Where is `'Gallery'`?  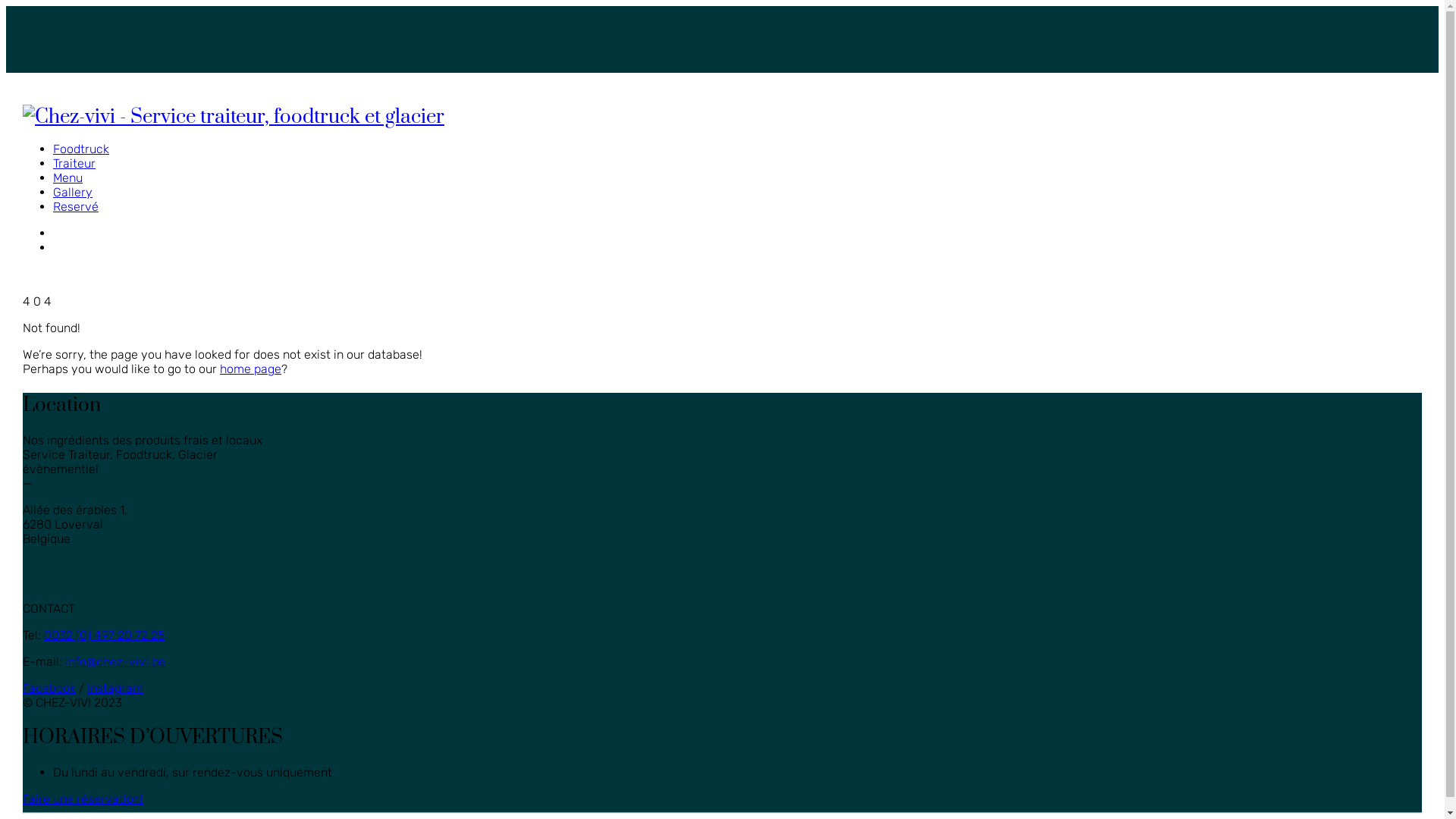
'Gallery' is located at coordinates (72, 191).